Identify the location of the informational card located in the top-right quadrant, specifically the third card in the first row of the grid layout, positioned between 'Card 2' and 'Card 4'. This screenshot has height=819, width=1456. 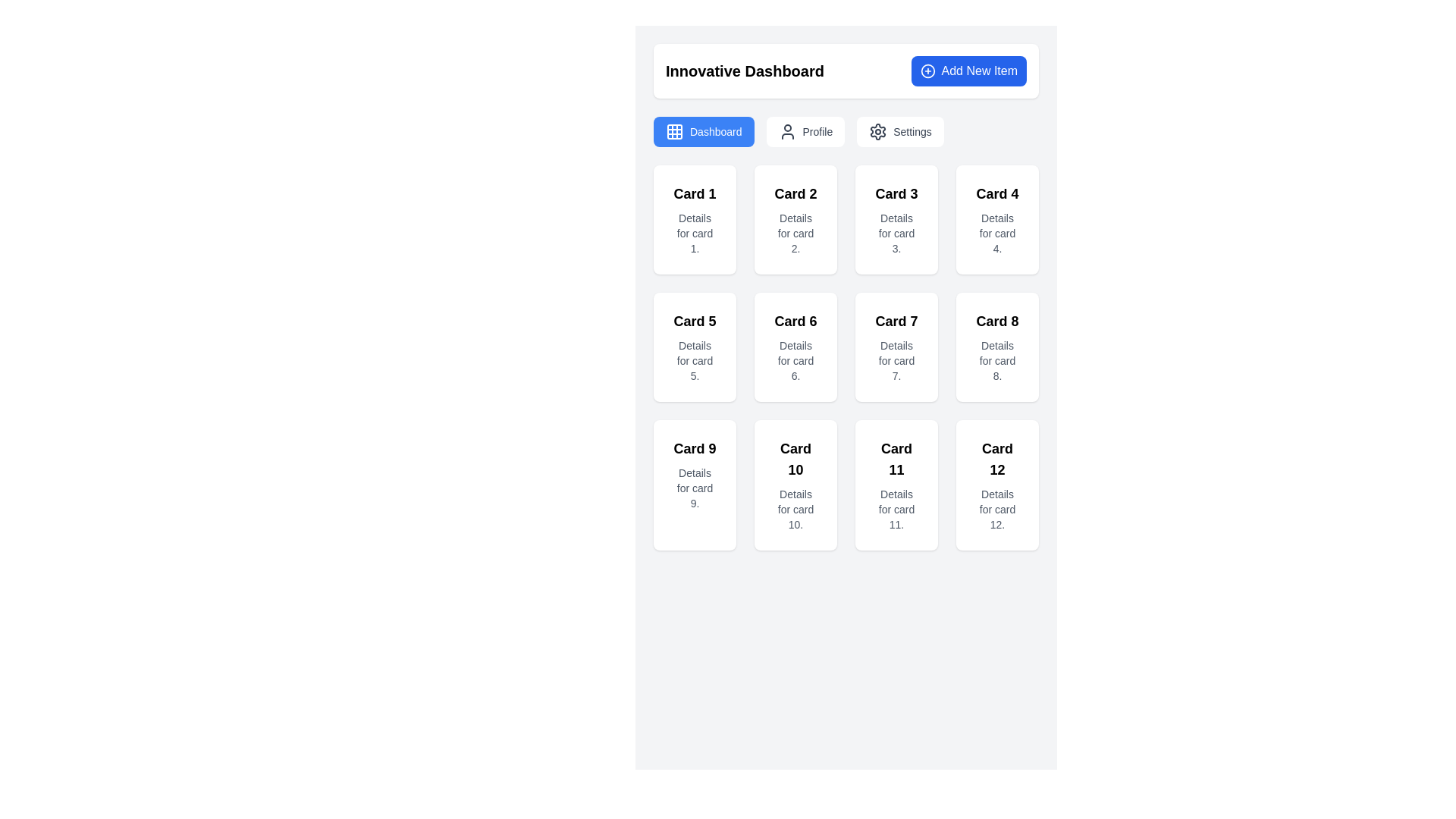
(896, 219).